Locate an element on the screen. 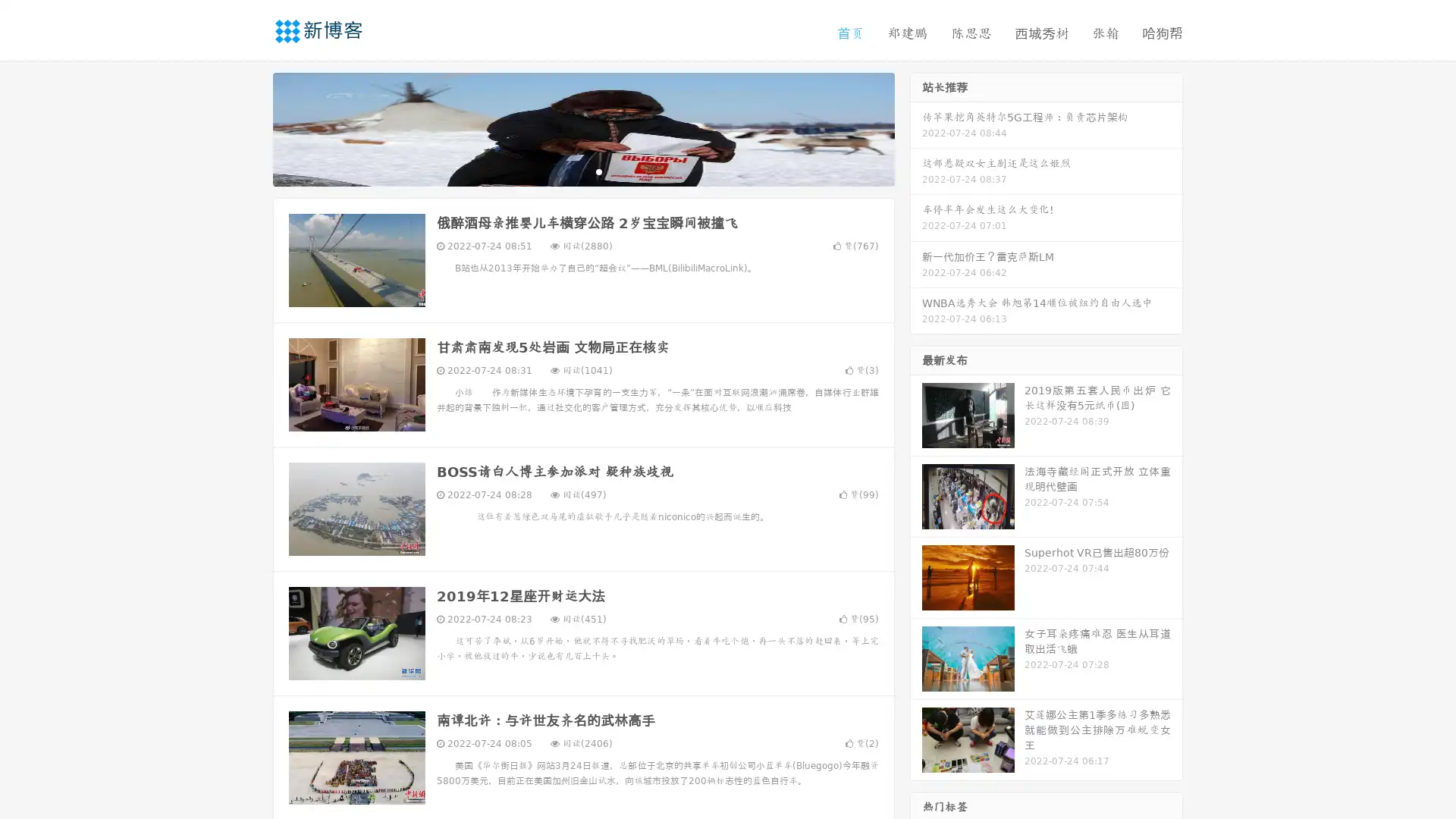 The width and height of the screenshot is (1456, 819). Next slide is located at coordinates (916, 127).